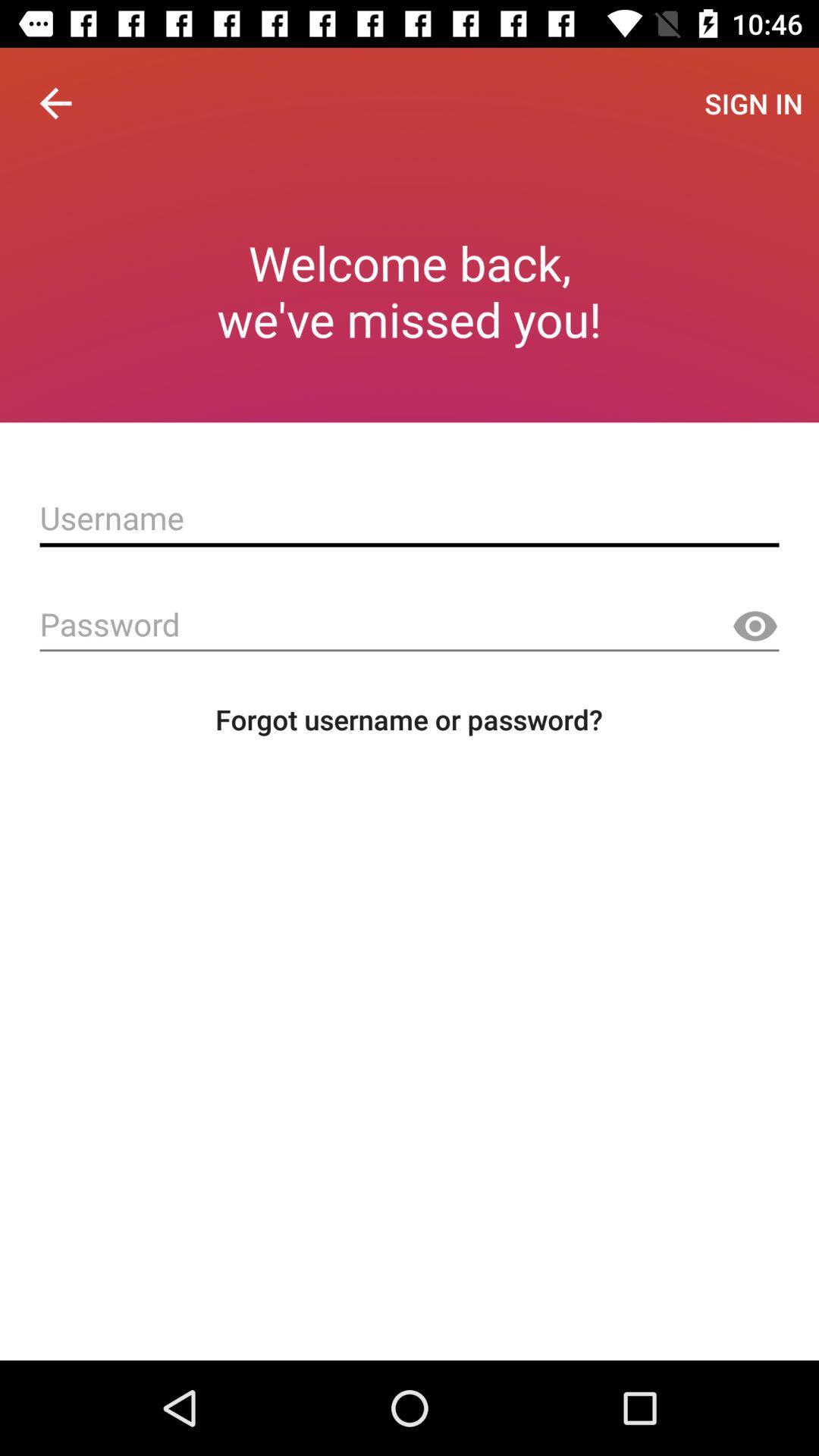 The height and width of the screenshot is (1456, 819). I want to click on for vision, so click(755, 626).